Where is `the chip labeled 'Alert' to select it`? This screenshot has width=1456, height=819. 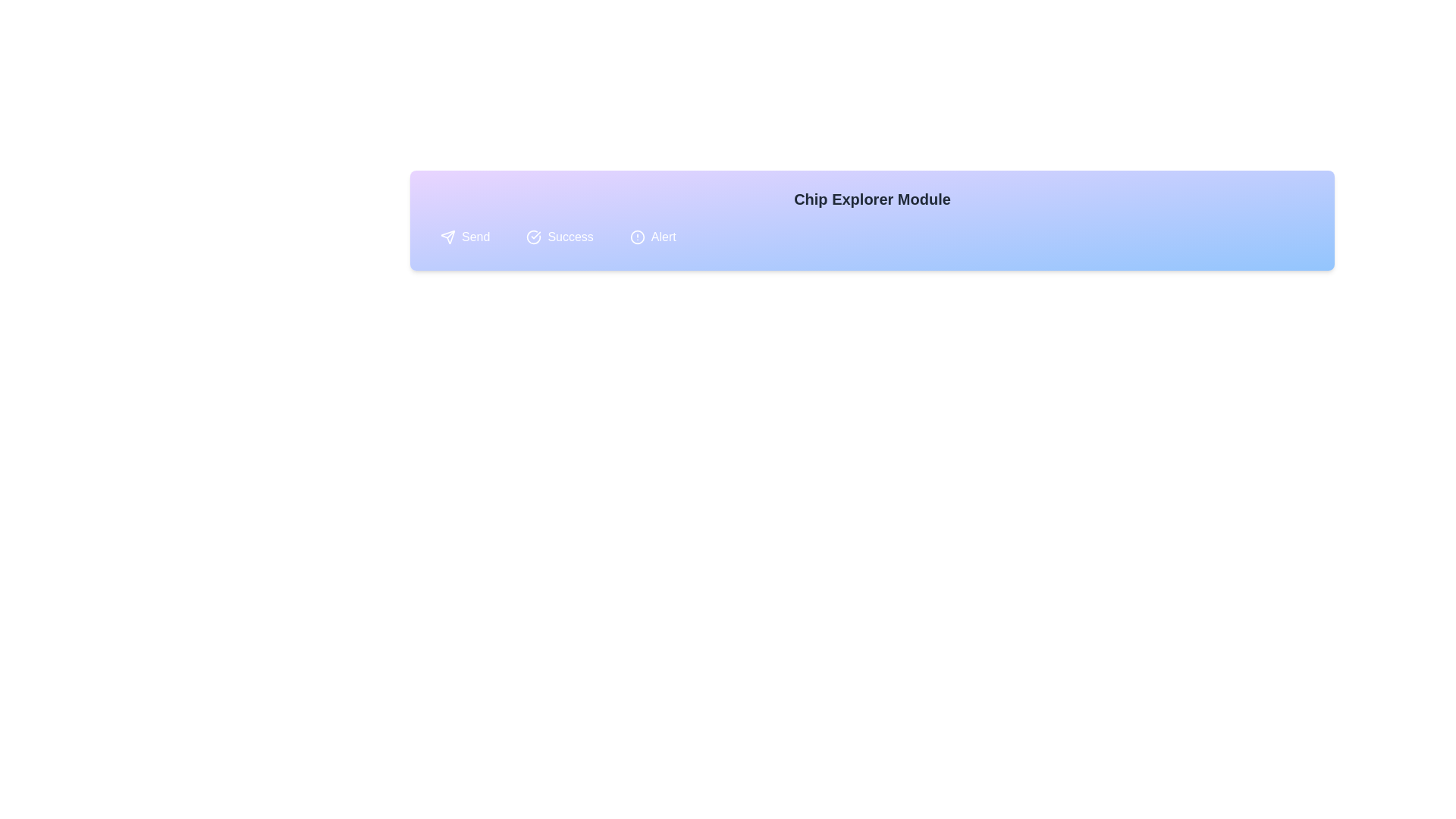 the chip labeled 'Alert' to select it is located at coordinates (653, 237).